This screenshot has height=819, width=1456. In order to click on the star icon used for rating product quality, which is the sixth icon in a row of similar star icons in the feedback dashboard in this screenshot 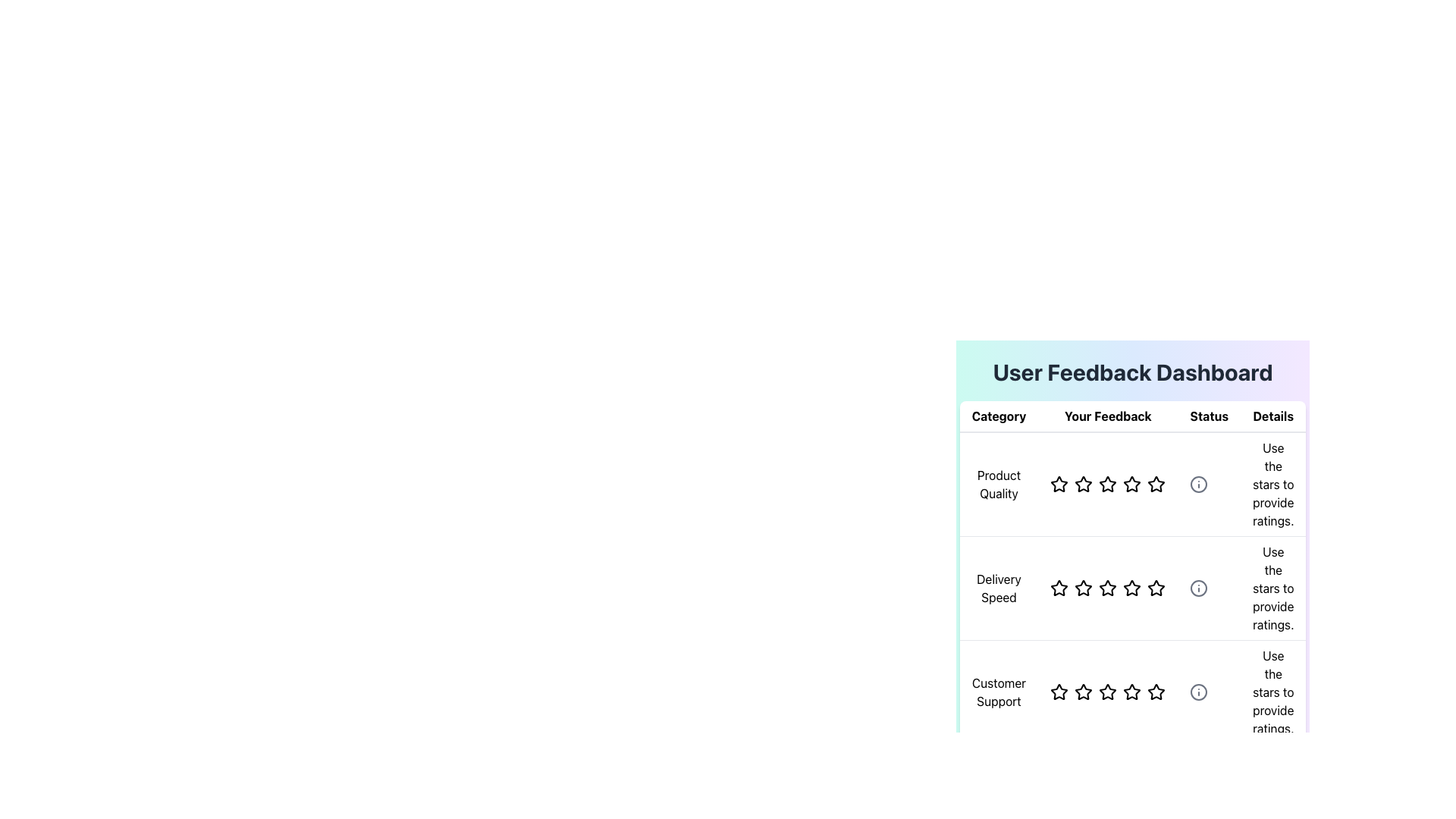, I will do `click(1156, 485)`.